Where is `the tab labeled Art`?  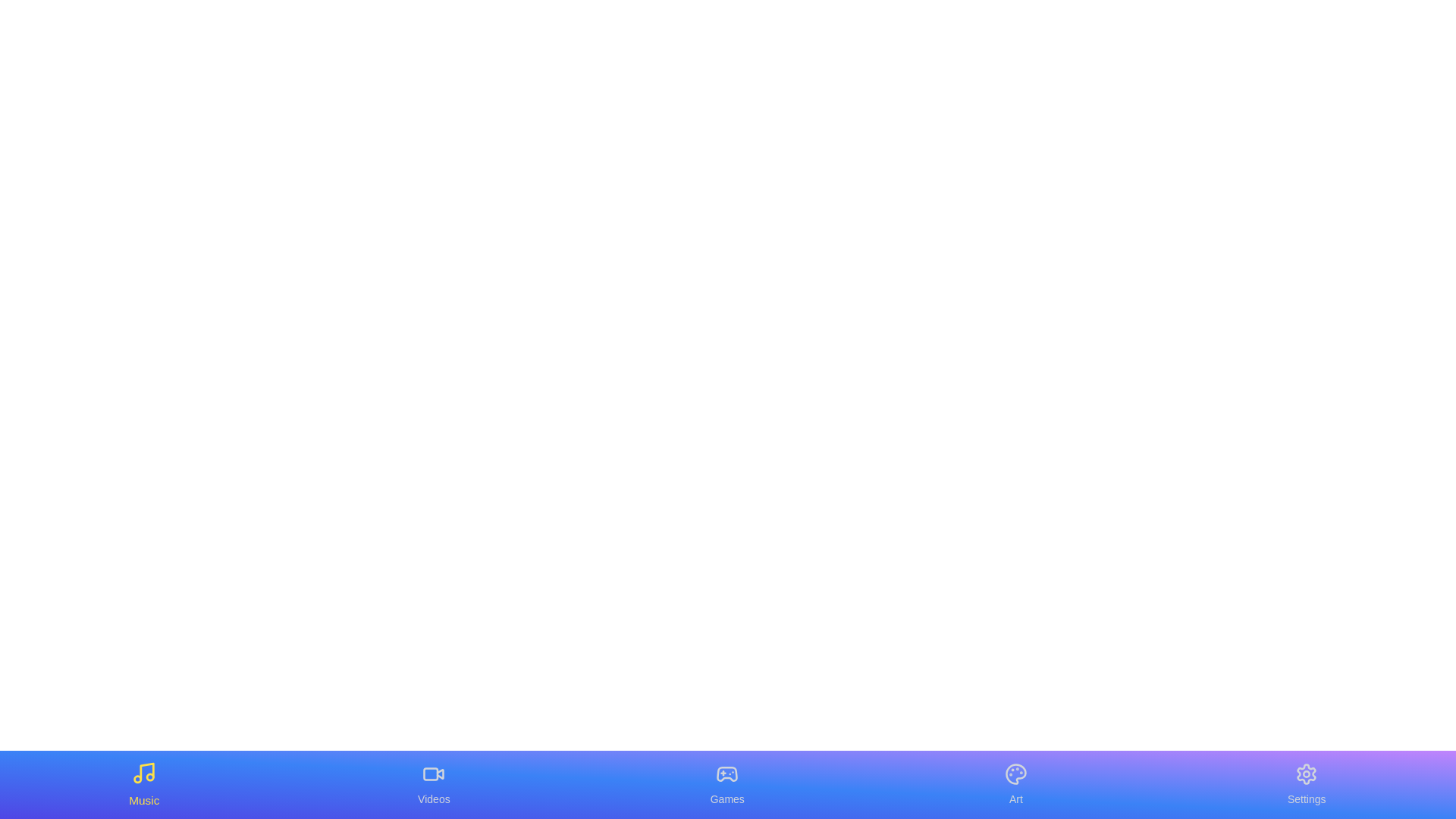
the tab labeled Art is located at coordinates (1015, 784).